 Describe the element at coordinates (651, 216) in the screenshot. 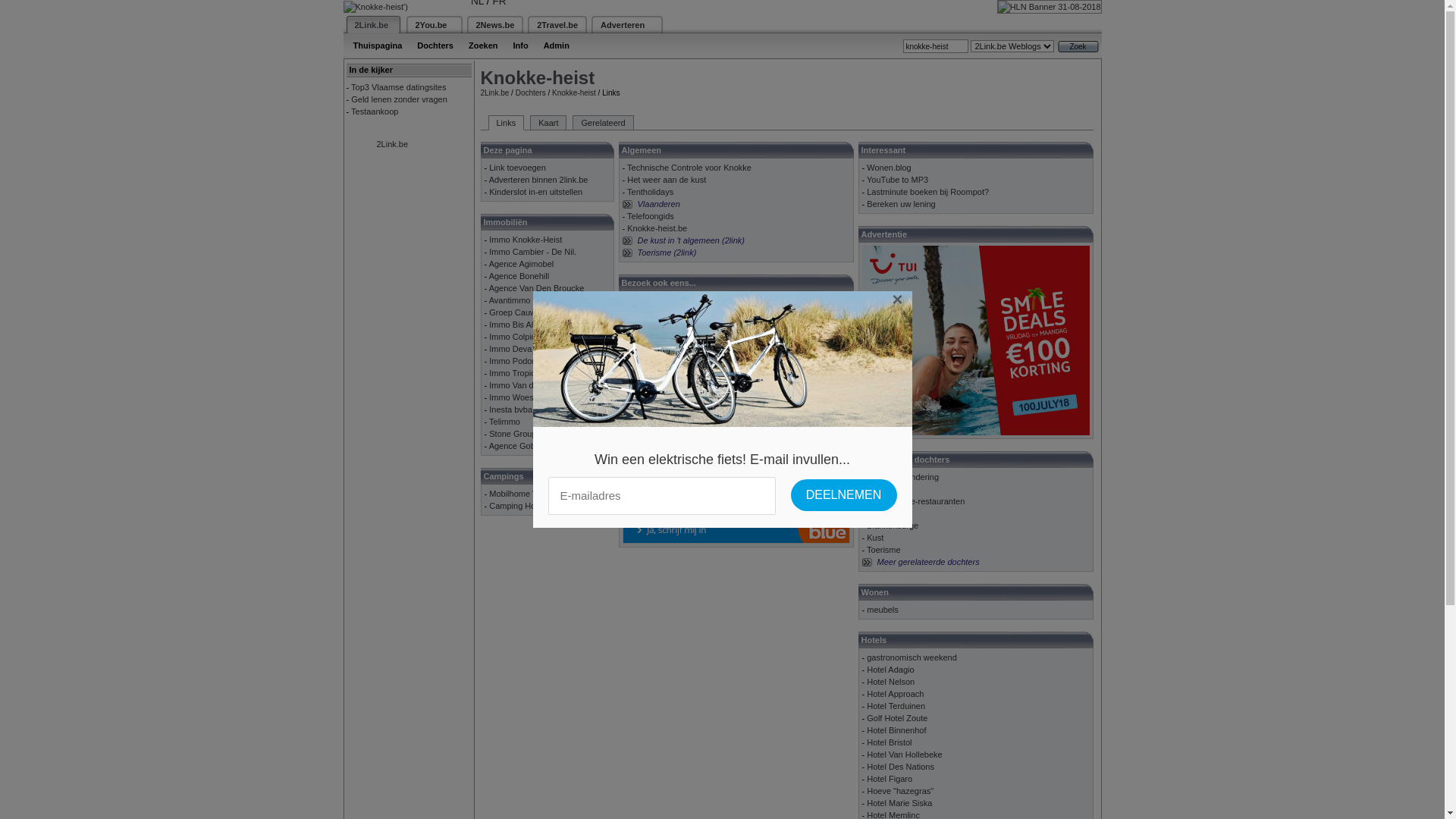

I see `'Telefoongids'` at that location.